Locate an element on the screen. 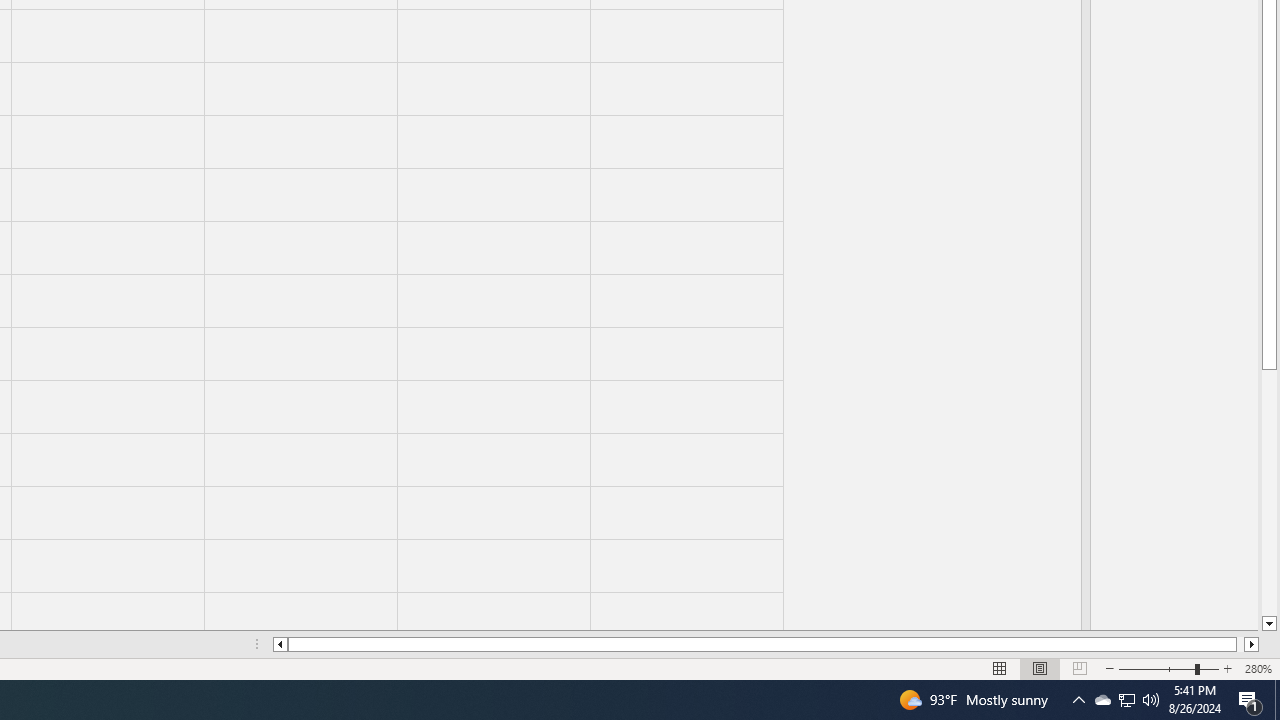  'Page Layout' is located at coordinates (1040, 669).